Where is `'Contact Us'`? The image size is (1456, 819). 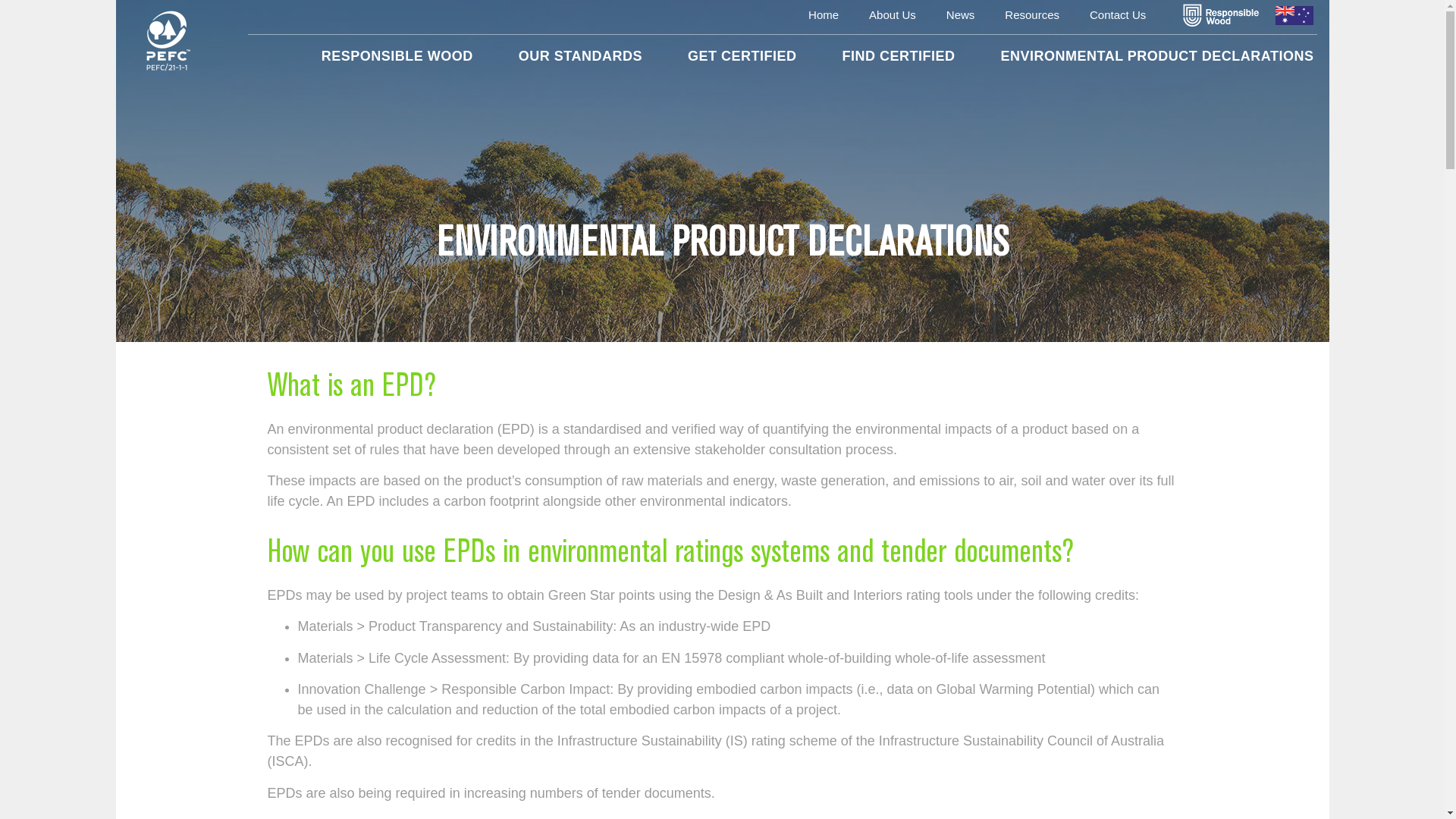 'Contact Us' is located at coordinates (1117, 14).